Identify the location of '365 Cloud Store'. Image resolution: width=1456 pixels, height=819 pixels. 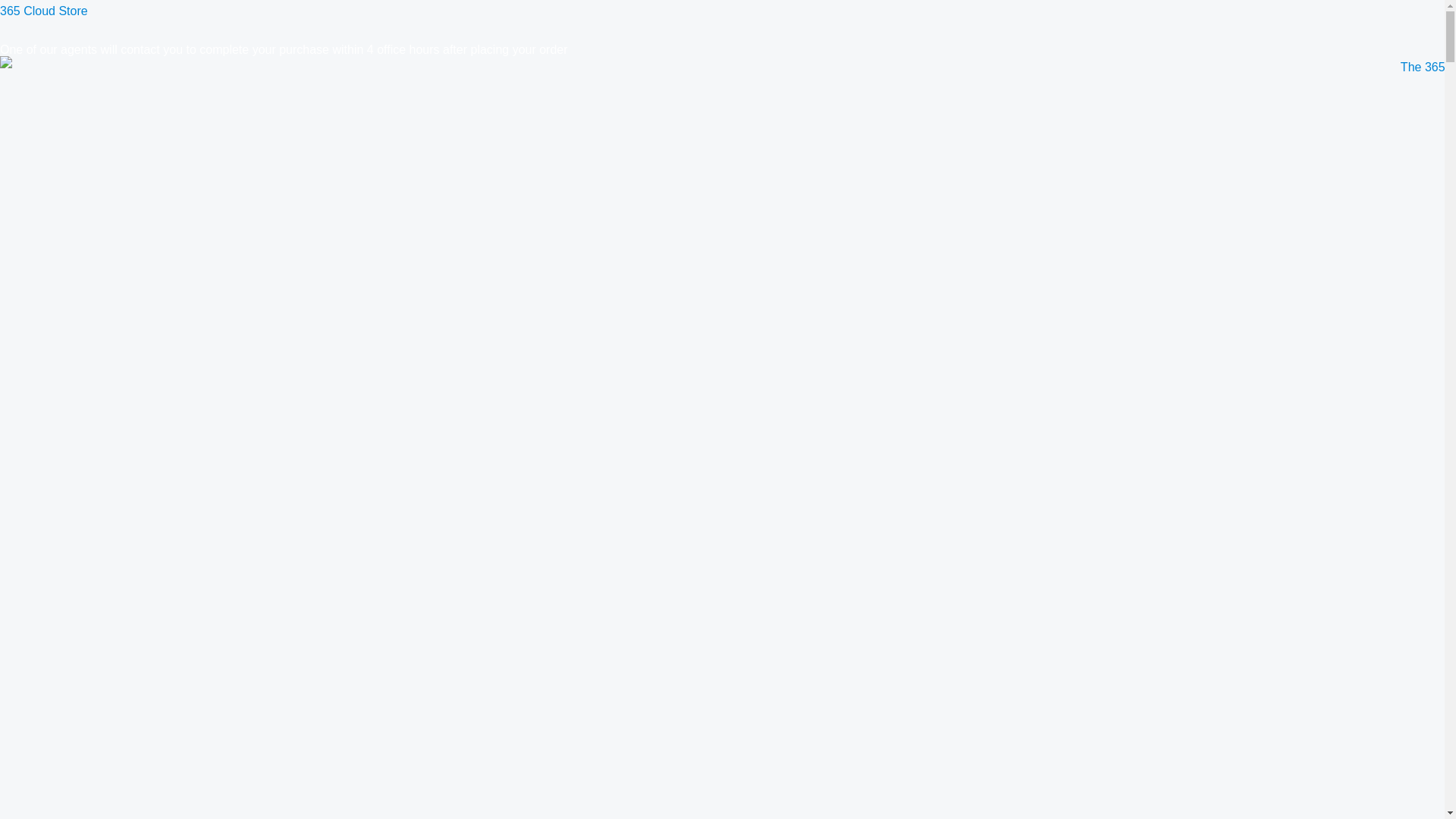
(43, 11).